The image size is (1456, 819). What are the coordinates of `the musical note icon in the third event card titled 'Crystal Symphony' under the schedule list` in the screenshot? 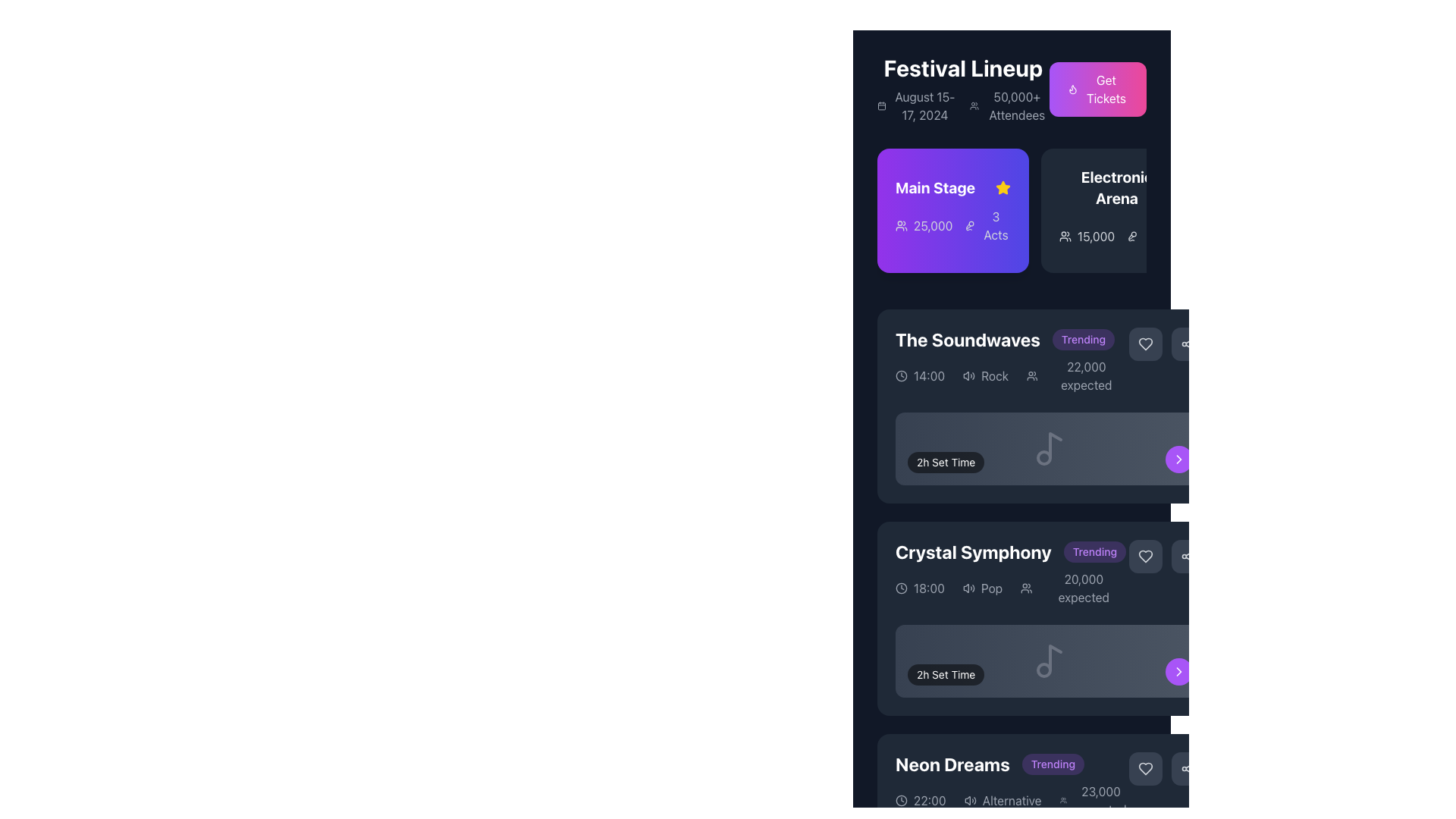 It's located at (1049, 660).